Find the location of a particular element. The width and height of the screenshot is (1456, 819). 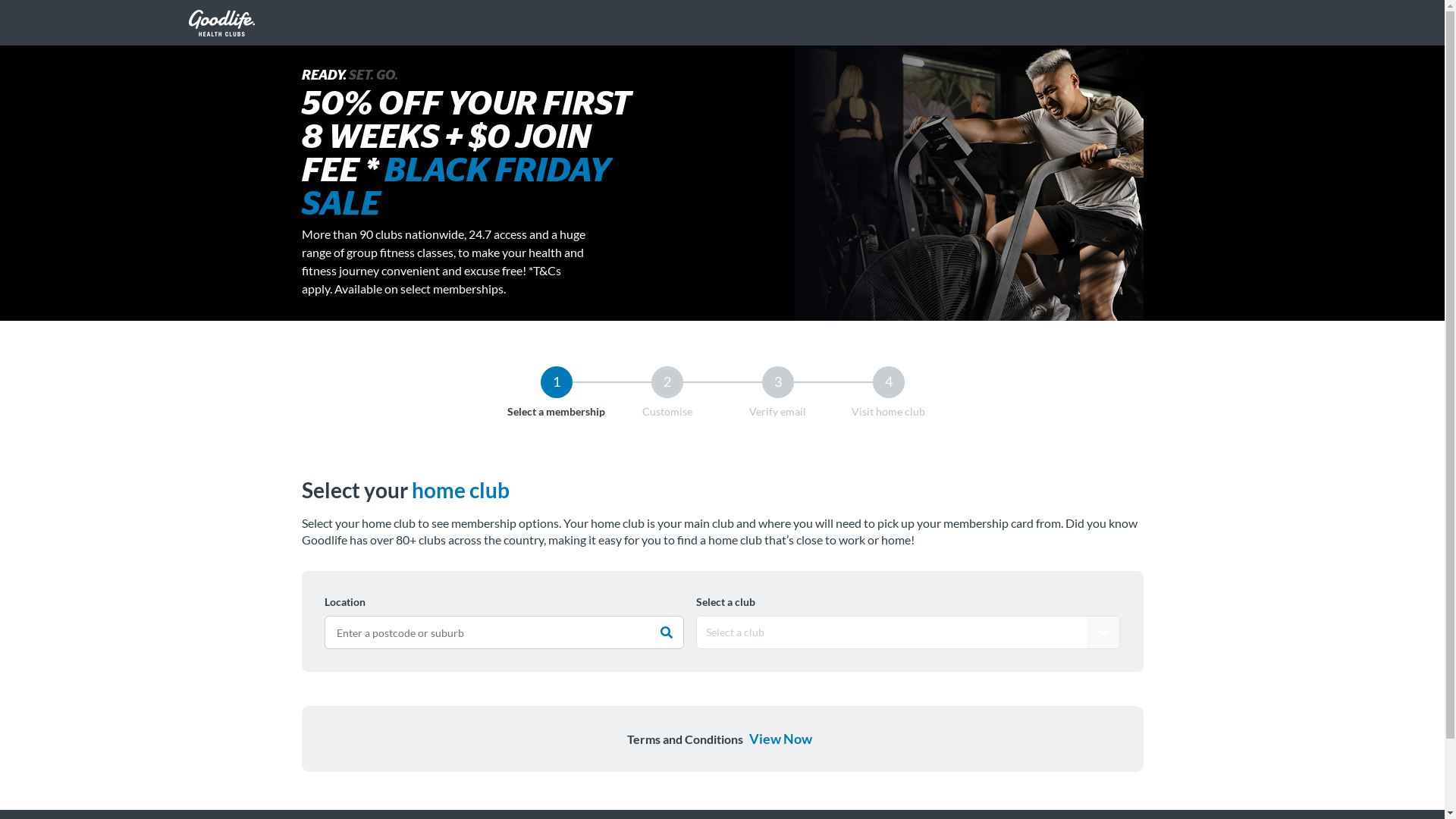

'View Now' is located at coordinates (780, 738).